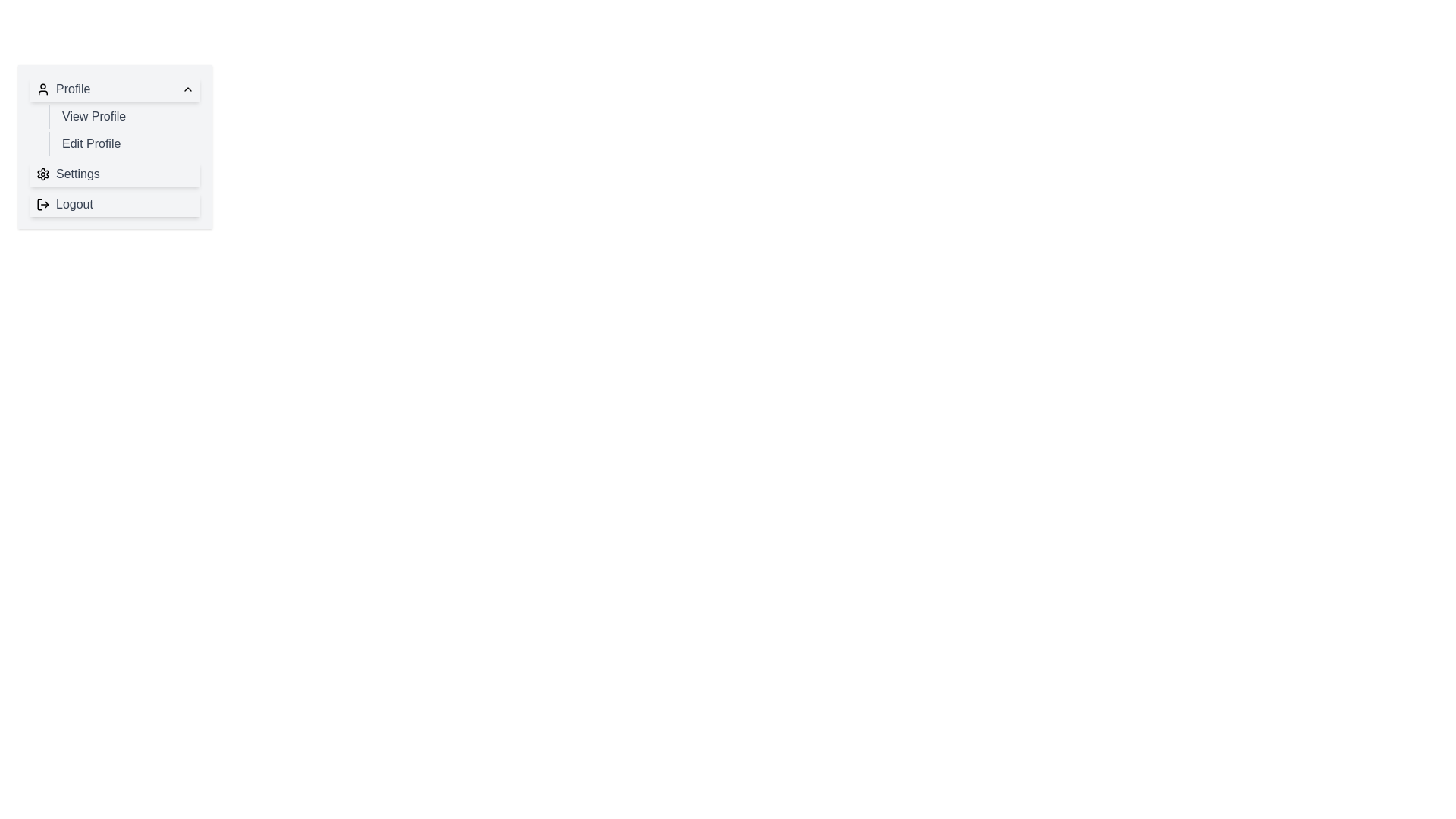 Image resolution: width=1456 pixels, height=819 pixels. What do you see at coordinates (115, 146) in the screenshot?
I see `the third menu list item labeled 'Edit Profile' in the vertical navigation menu` at bounding box center [115, 146].